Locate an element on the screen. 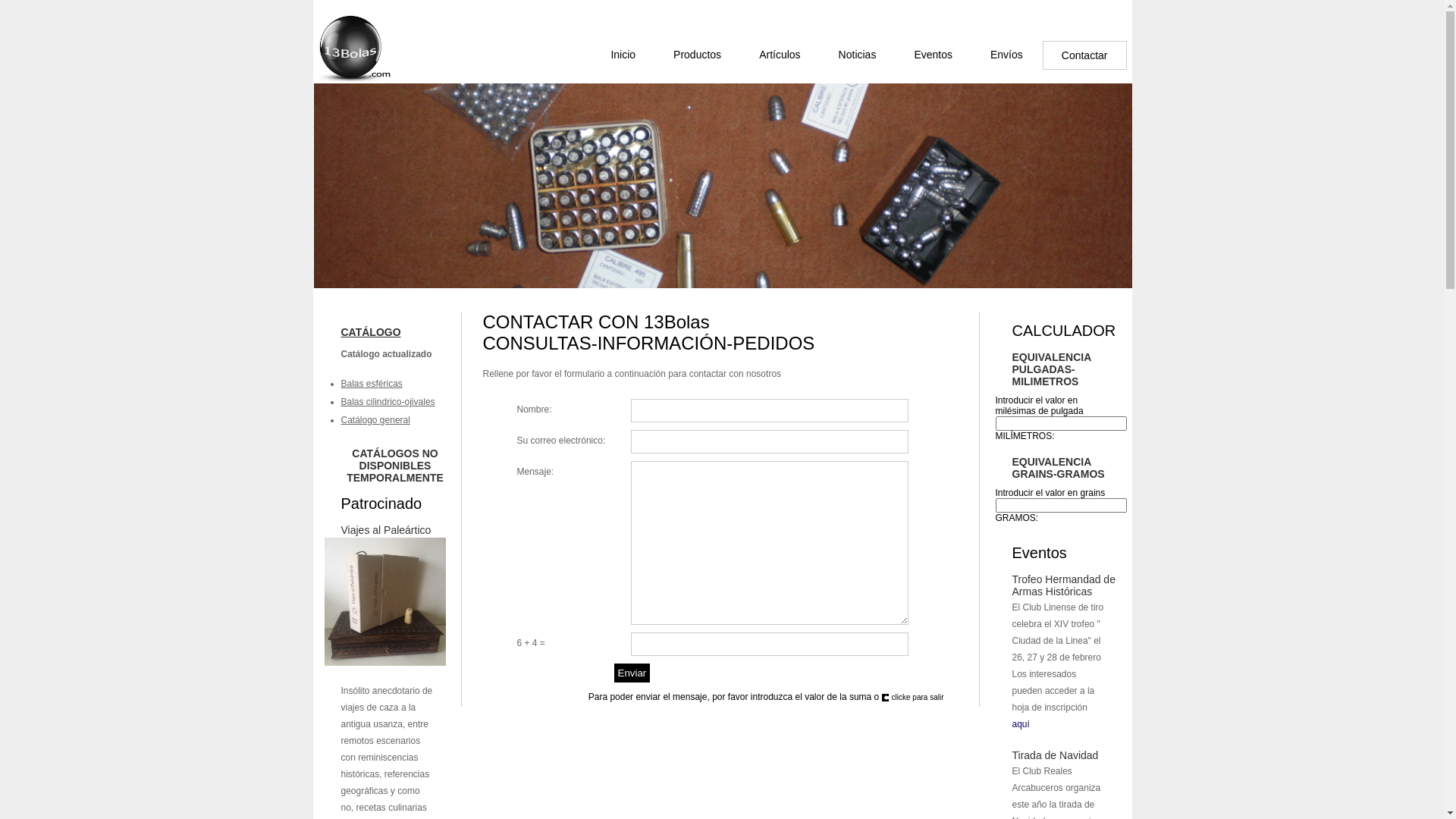 This screenshot has height=819, width=1456. 'Balas cilindrico-ojivales' is located at coordinates (388, 400).